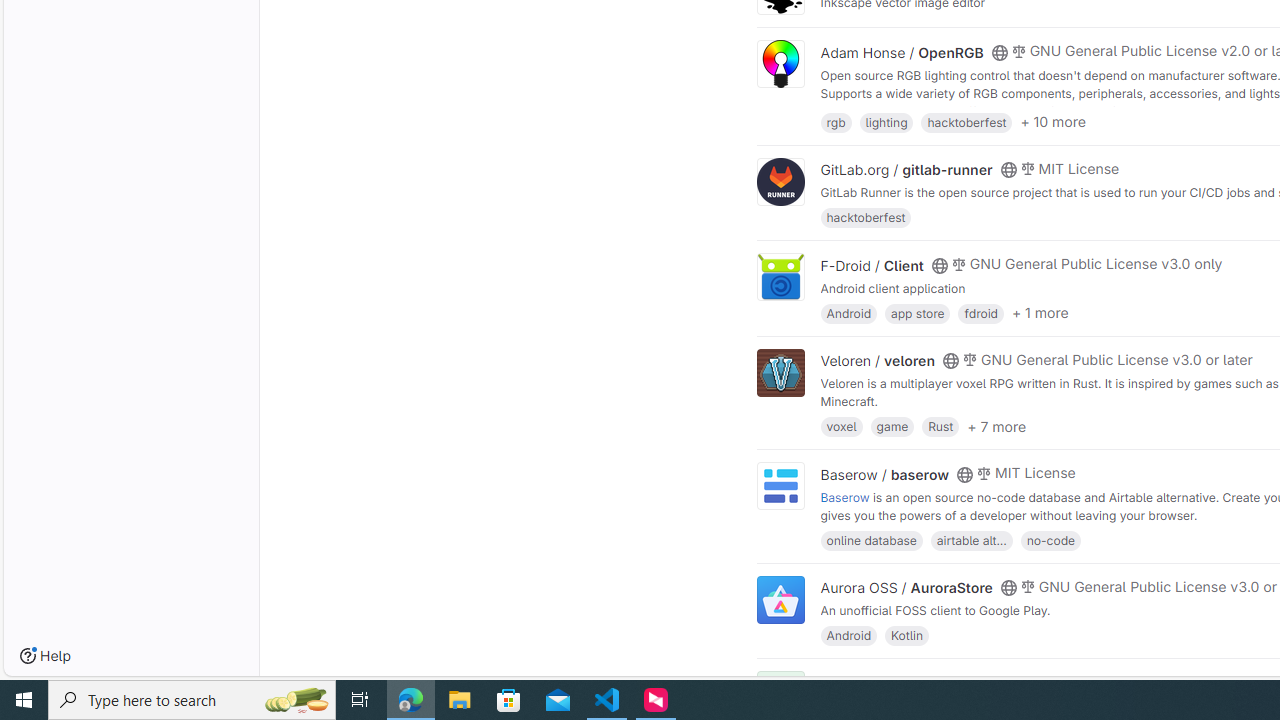 The width and height of the screenshot is (1280, 720). I want to click on 'Kotlin', so click(906, 635).